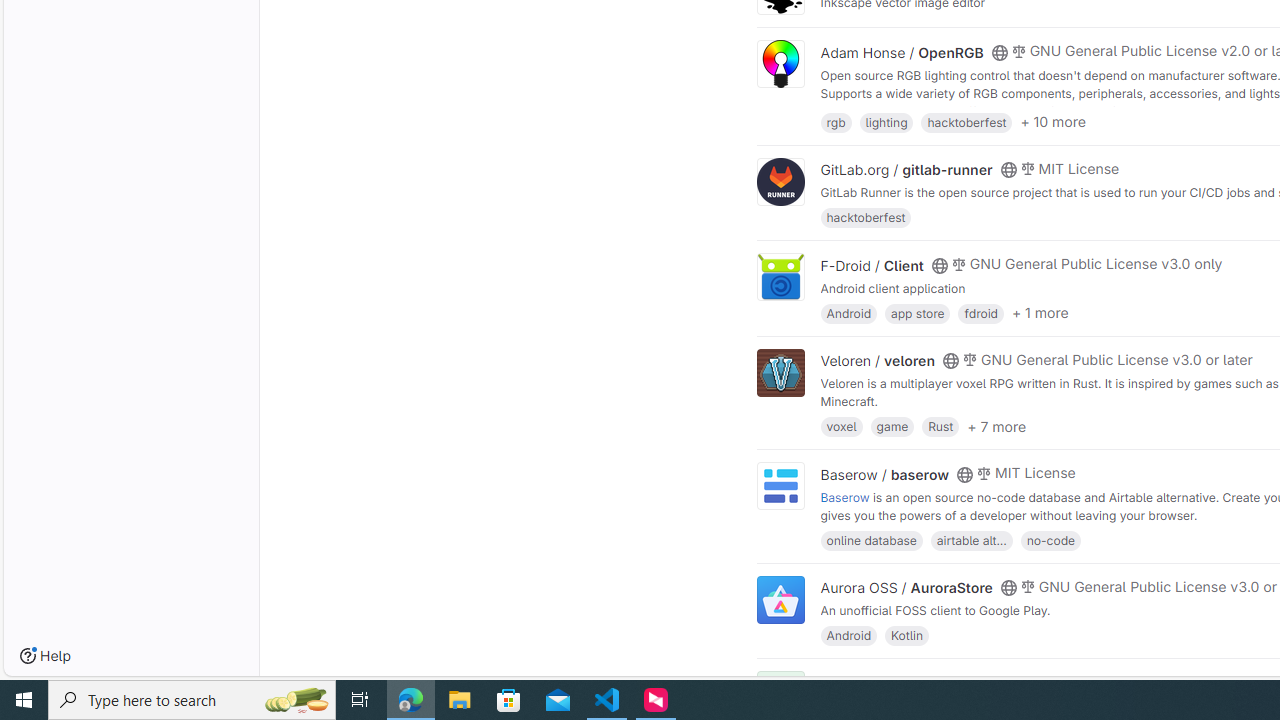 The width and height of the screenshot is (1280, 720). I want to click on 'Kotlin', so click(906, 635).